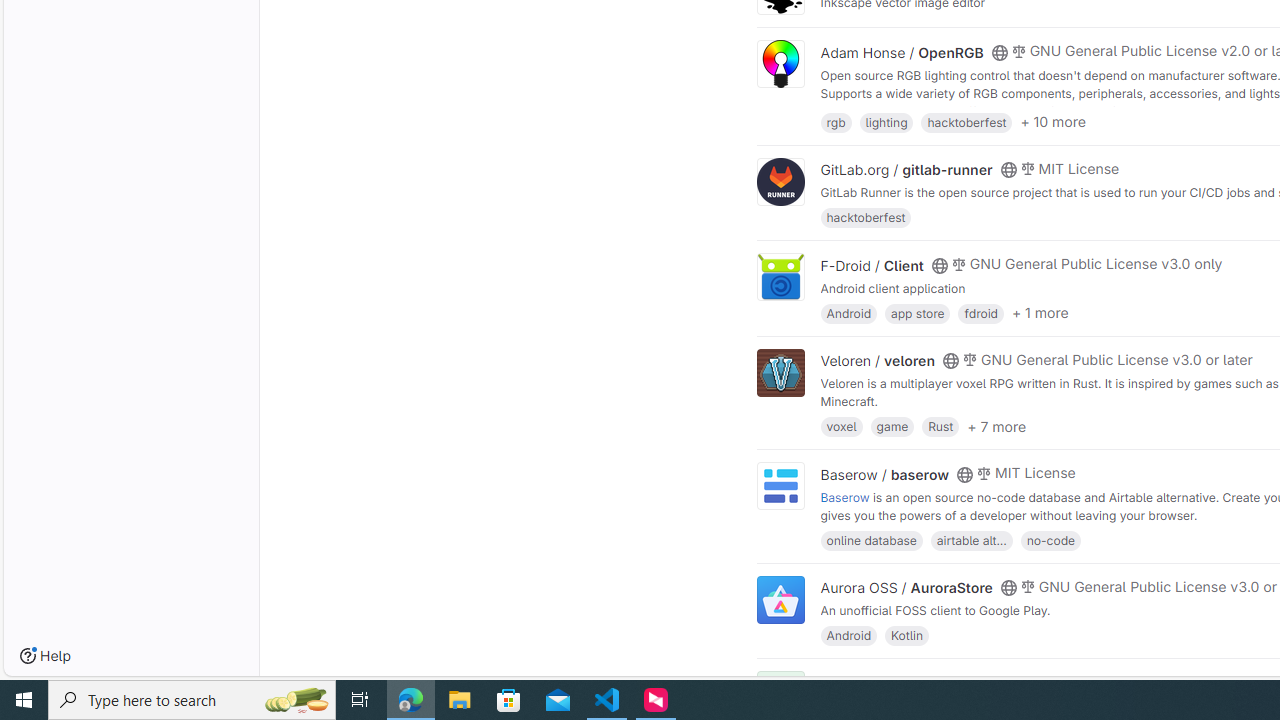 The width and height of the screenshot is (1280, 720). I want to click on 'Kotlin', so click(906, 635).